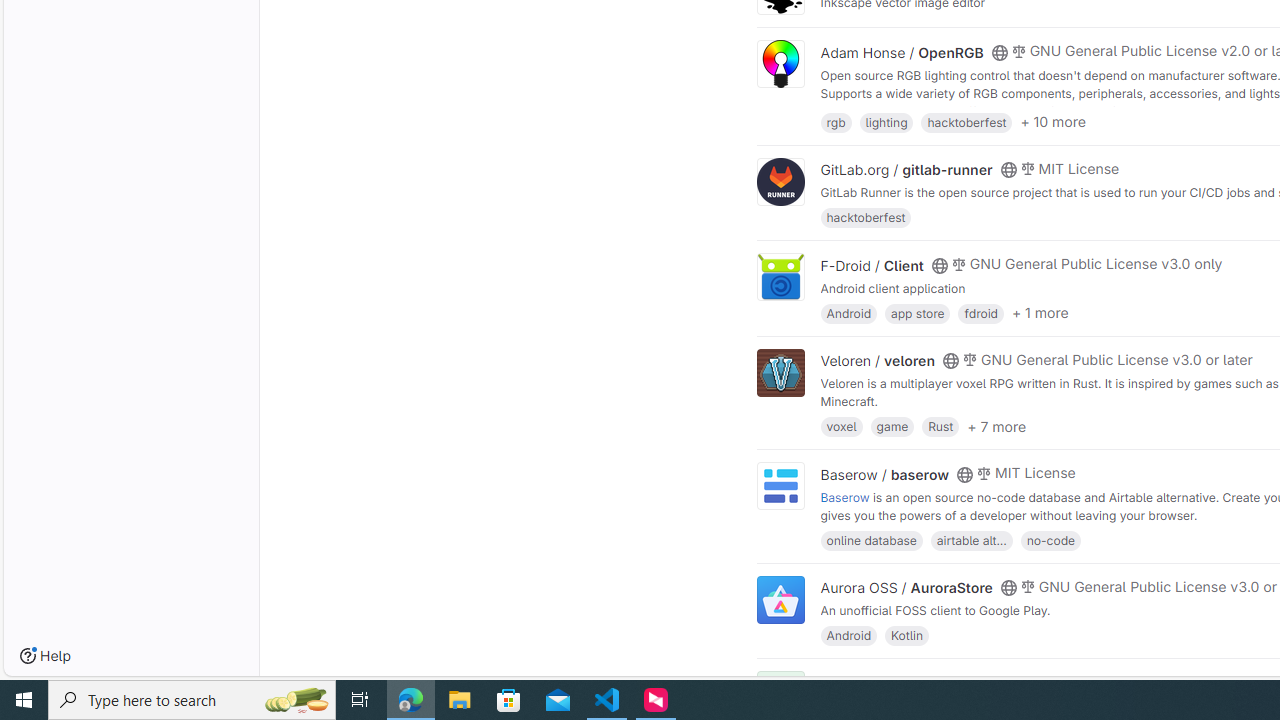 The width and height of the screenshot is (1280, 720). I want to click on 'Kotlin', so click(906, 635).